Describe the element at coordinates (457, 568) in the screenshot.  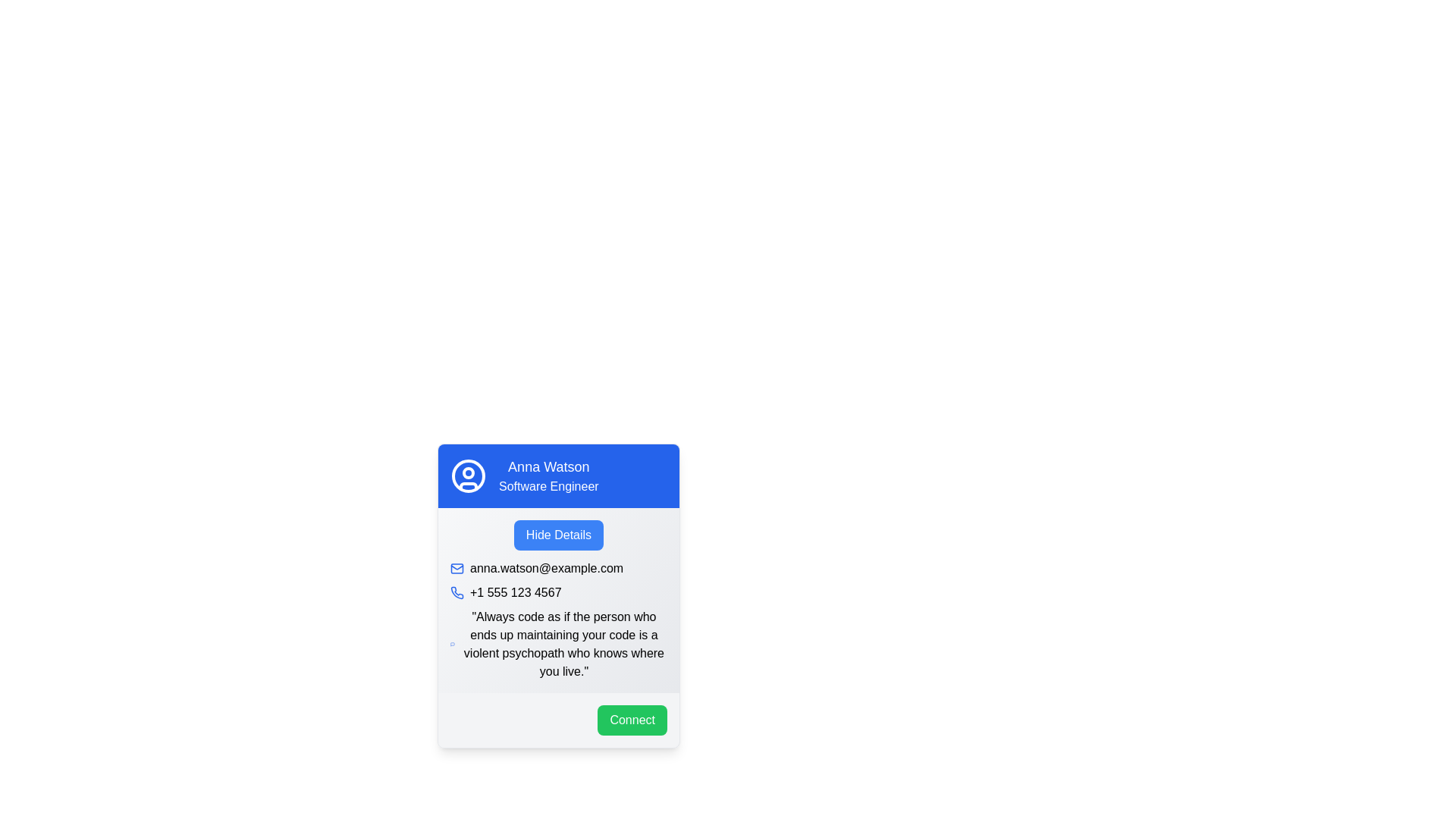
I see `the email icon, which is a white rectangle with rounded corners and a blue outline, located to the left of the email address 'anna.watson@example.com'` at that location.